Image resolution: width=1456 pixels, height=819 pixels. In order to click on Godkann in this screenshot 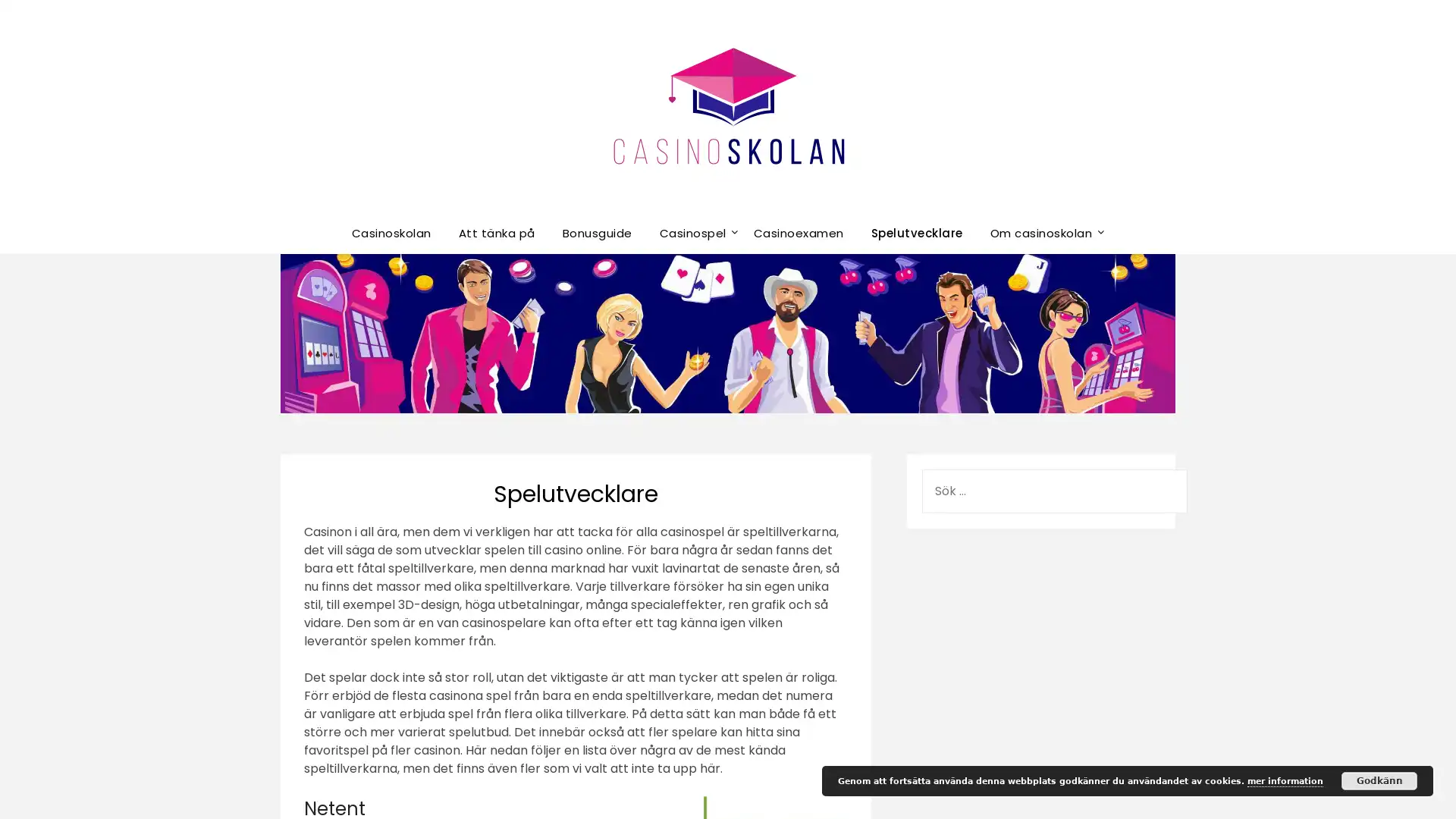, I will do `click(1379, 780)`.